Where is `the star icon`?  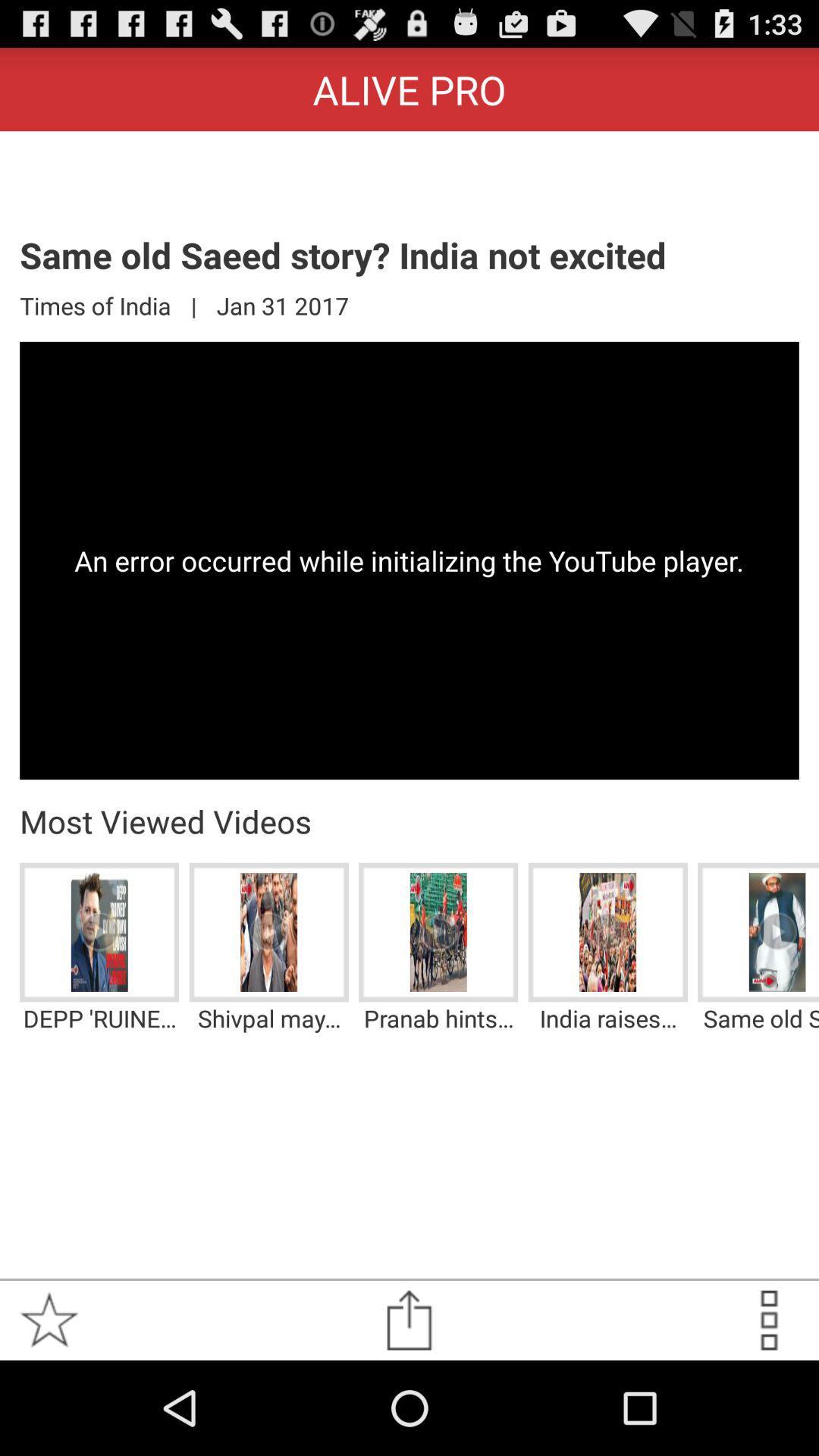 the star icon is located at coordinates (49, 1412).